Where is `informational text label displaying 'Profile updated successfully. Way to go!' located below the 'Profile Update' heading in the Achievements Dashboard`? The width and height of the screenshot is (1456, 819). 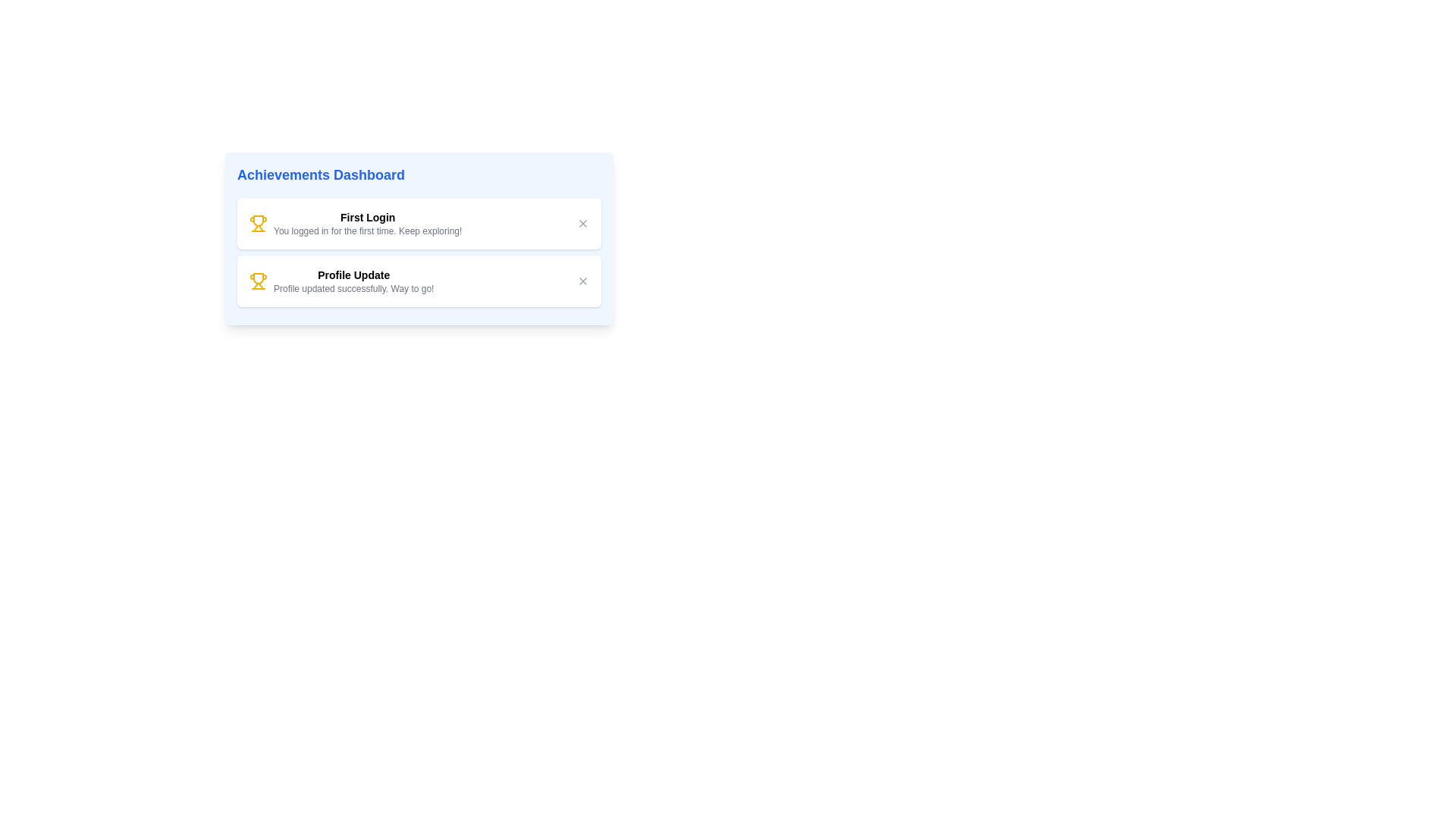 informational text label displaying 'Profile updated successfully. Way to go!' located below the 'Profile Update' heading in the Achievements Dashboard is located at coordinates (353, 289).